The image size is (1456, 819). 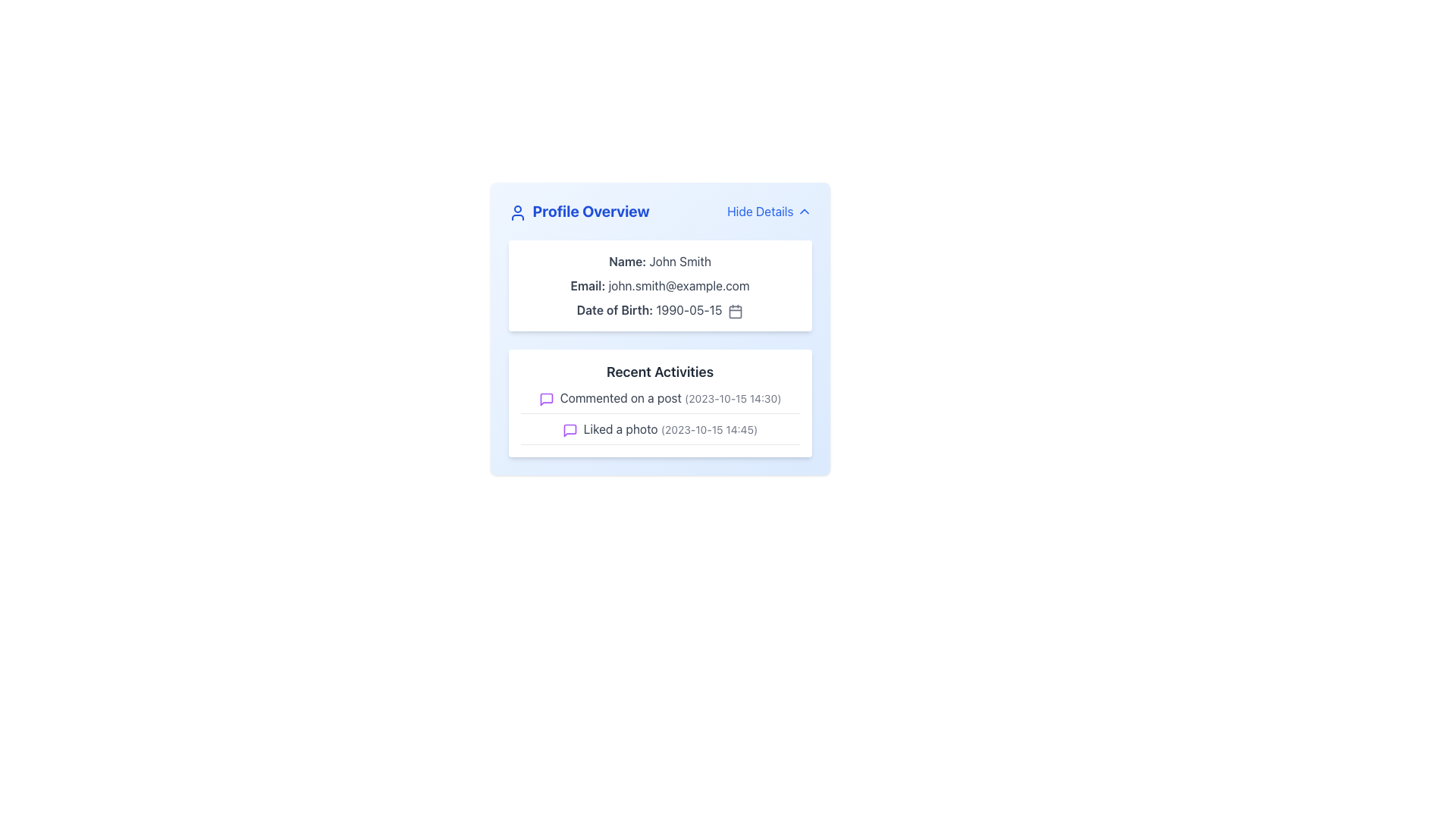 I want to click on the comment icon located in the 'Recent Activities' section of the 'Profile Overview' panel, which is associated with the activity 'Commented on a post (2023-10-15 14:30)', so click(x=546, y=398).